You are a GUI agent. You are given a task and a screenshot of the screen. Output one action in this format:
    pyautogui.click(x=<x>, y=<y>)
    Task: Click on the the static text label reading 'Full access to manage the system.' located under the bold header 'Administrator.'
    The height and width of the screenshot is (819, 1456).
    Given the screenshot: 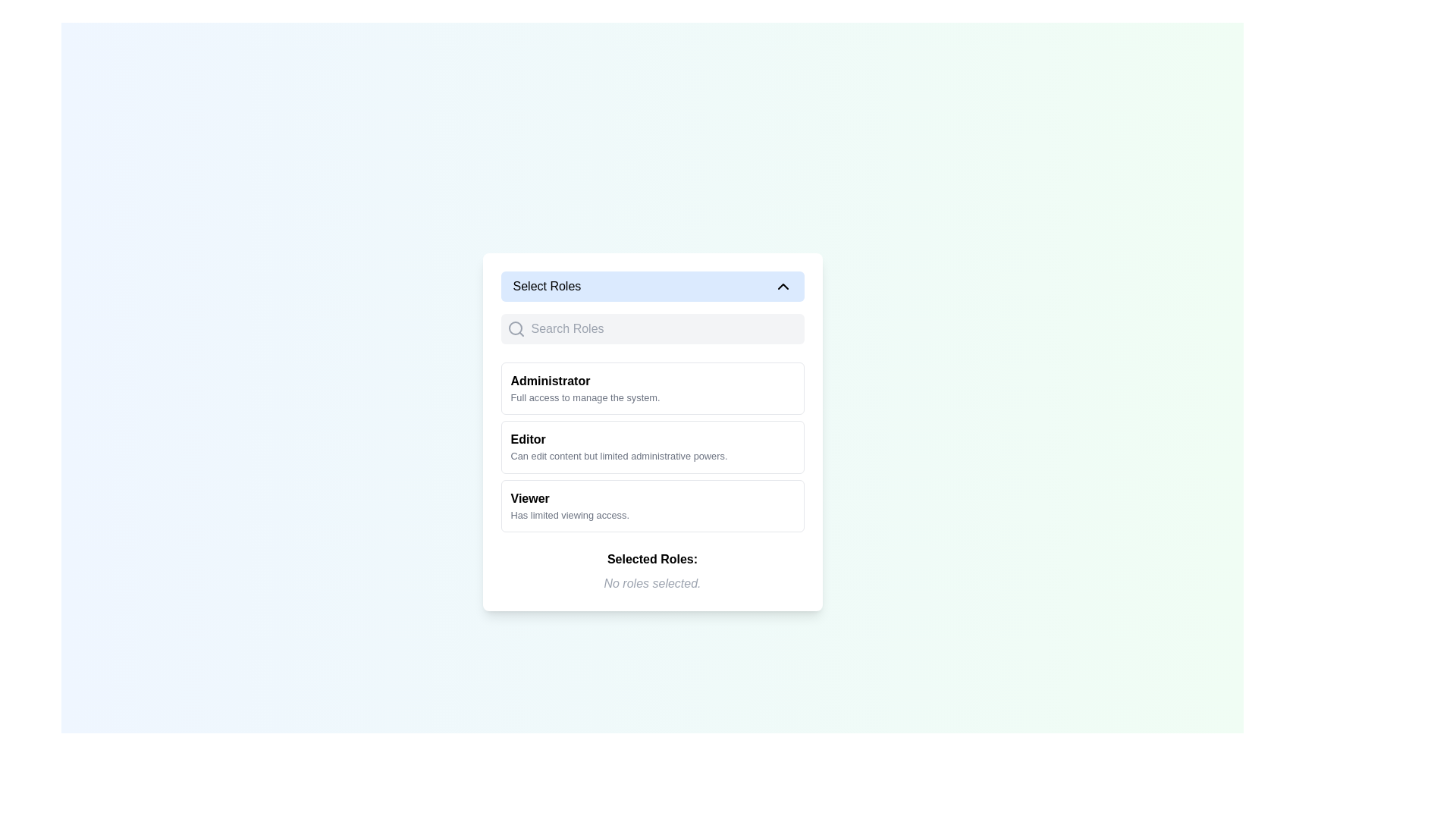 What is the action you would take?
    pyautogui.click(x=585, y=397)
    